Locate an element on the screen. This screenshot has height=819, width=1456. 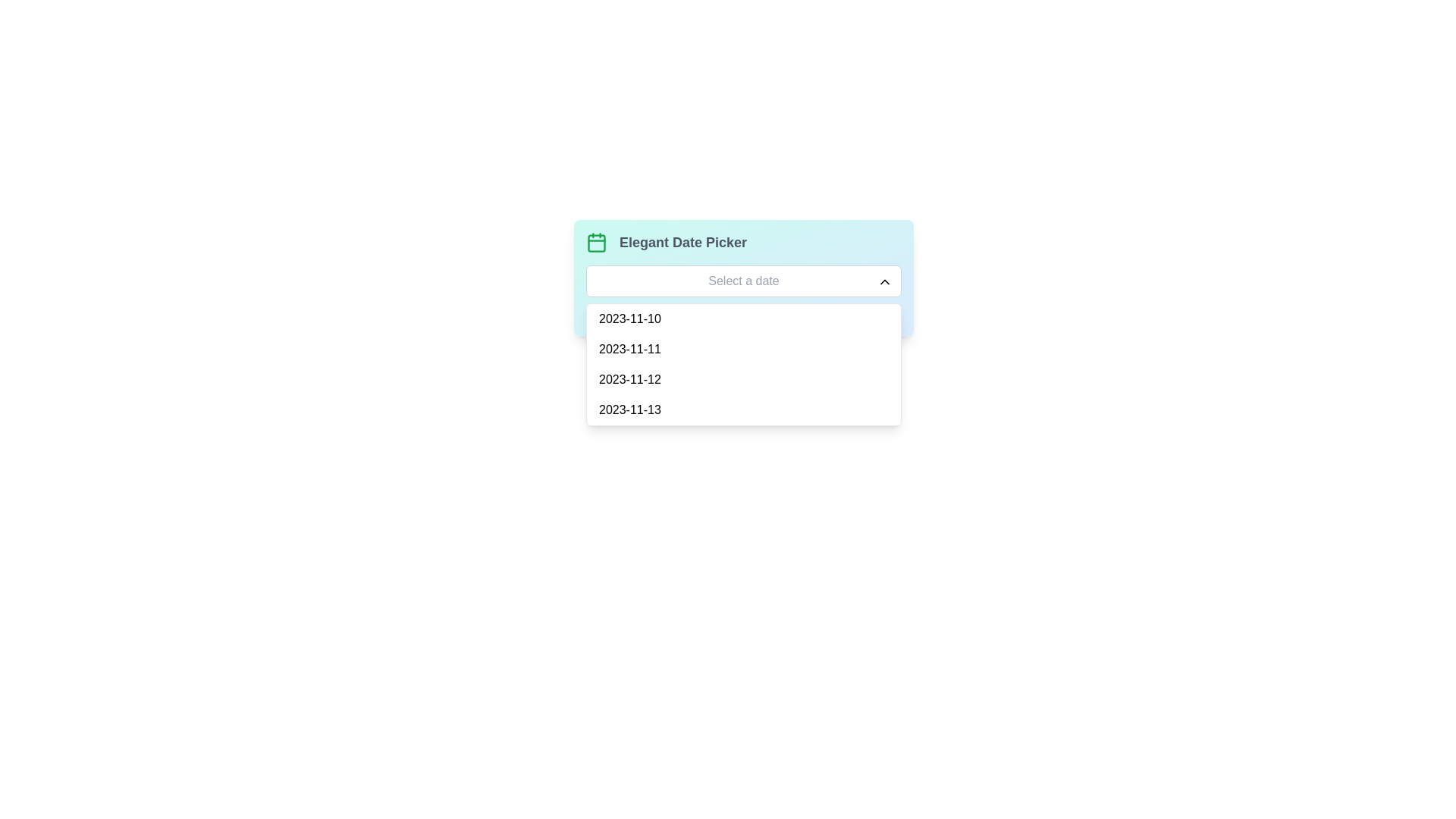
the first option in the dropdown menu titled 'Elegant Date Picker' is located at coordinates (743, 318).